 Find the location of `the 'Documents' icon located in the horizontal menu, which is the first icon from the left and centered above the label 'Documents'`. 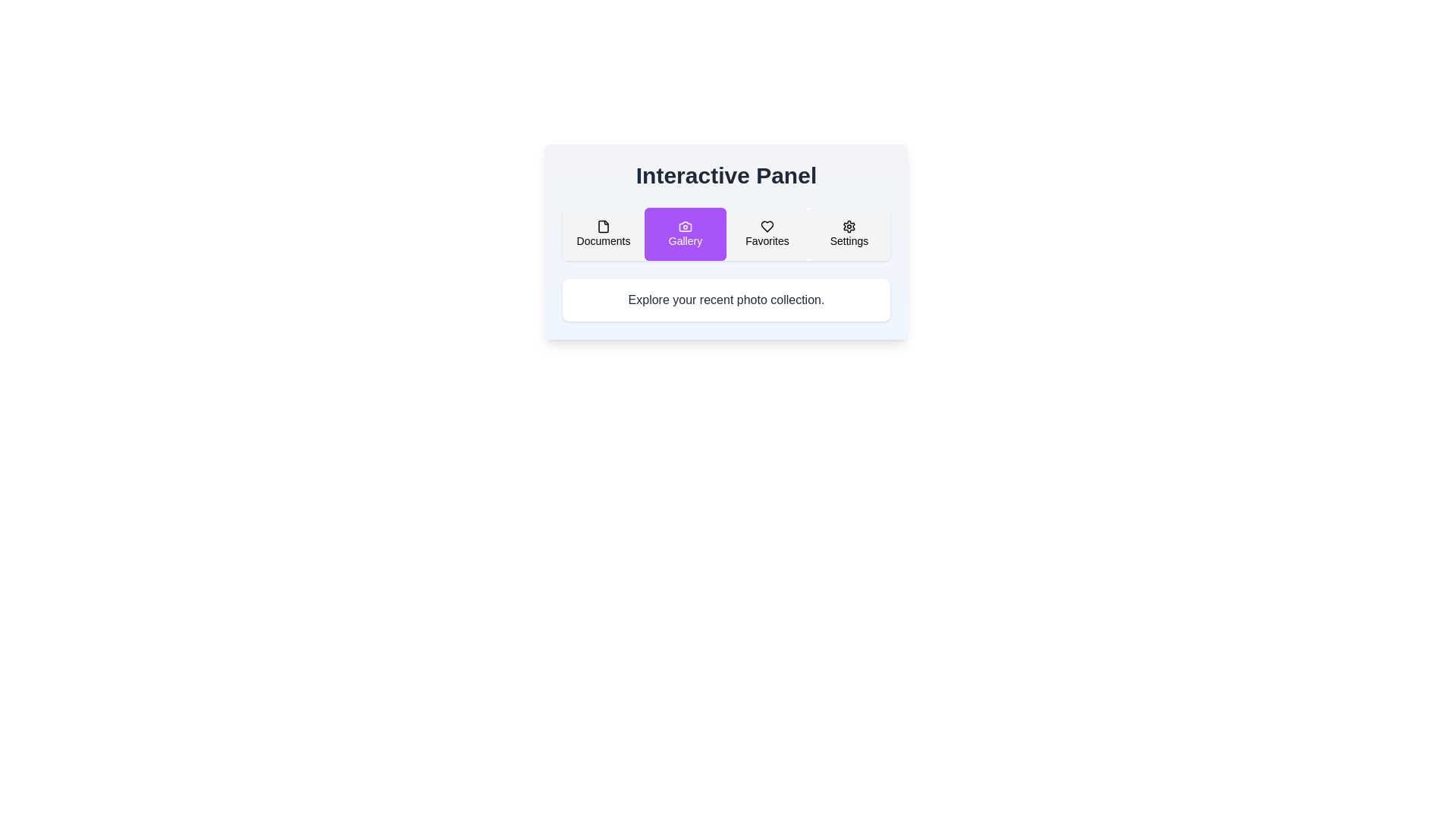

the 'Documents' icon located in the horizontal menu, which is the first icon from the left and centered above the label 'Documents' is located at coordinates (603, 227).